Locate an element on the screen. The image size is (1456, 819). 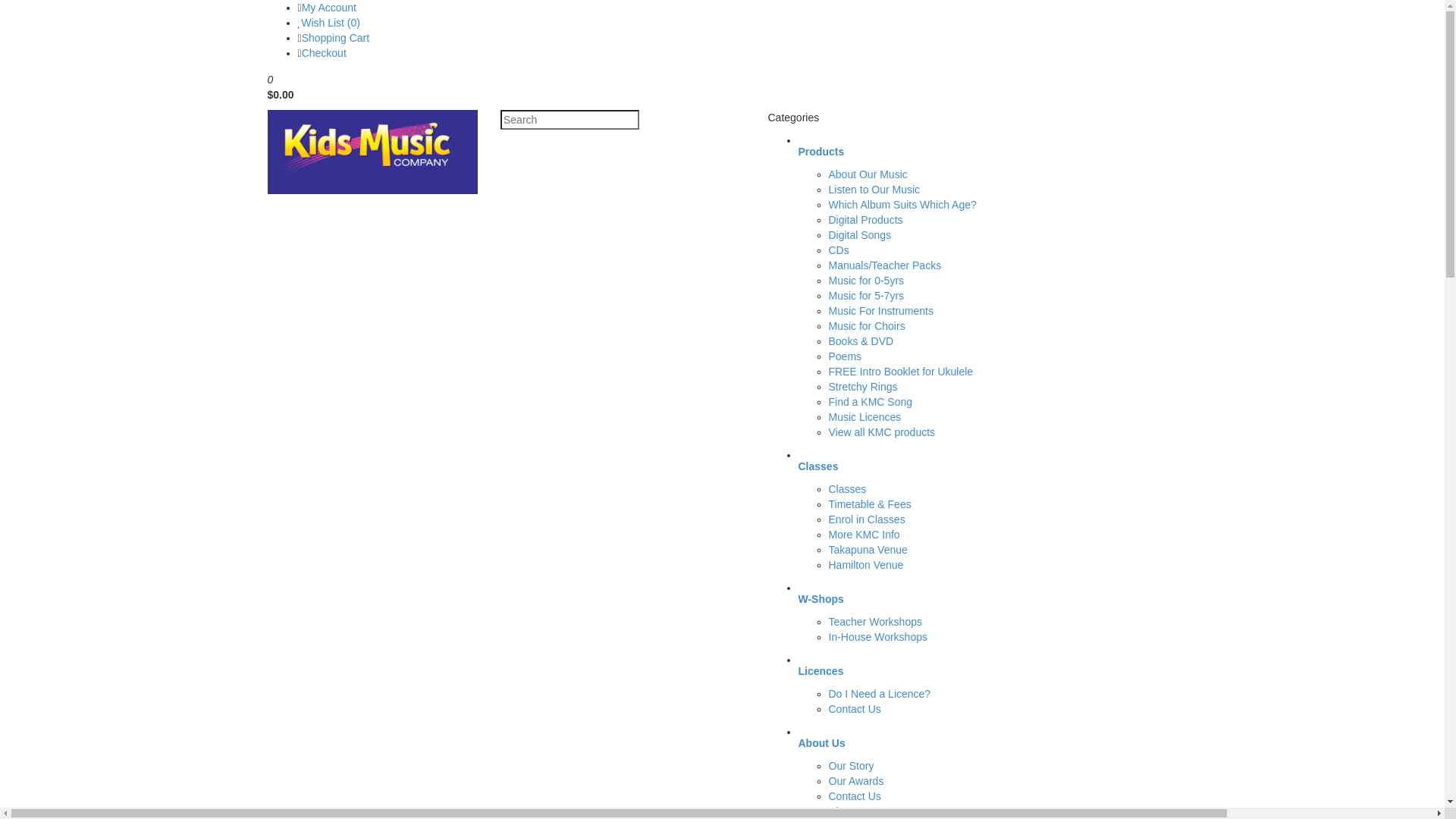
'Which Album Suits Which Age?' is located at coordinates (902, 205).